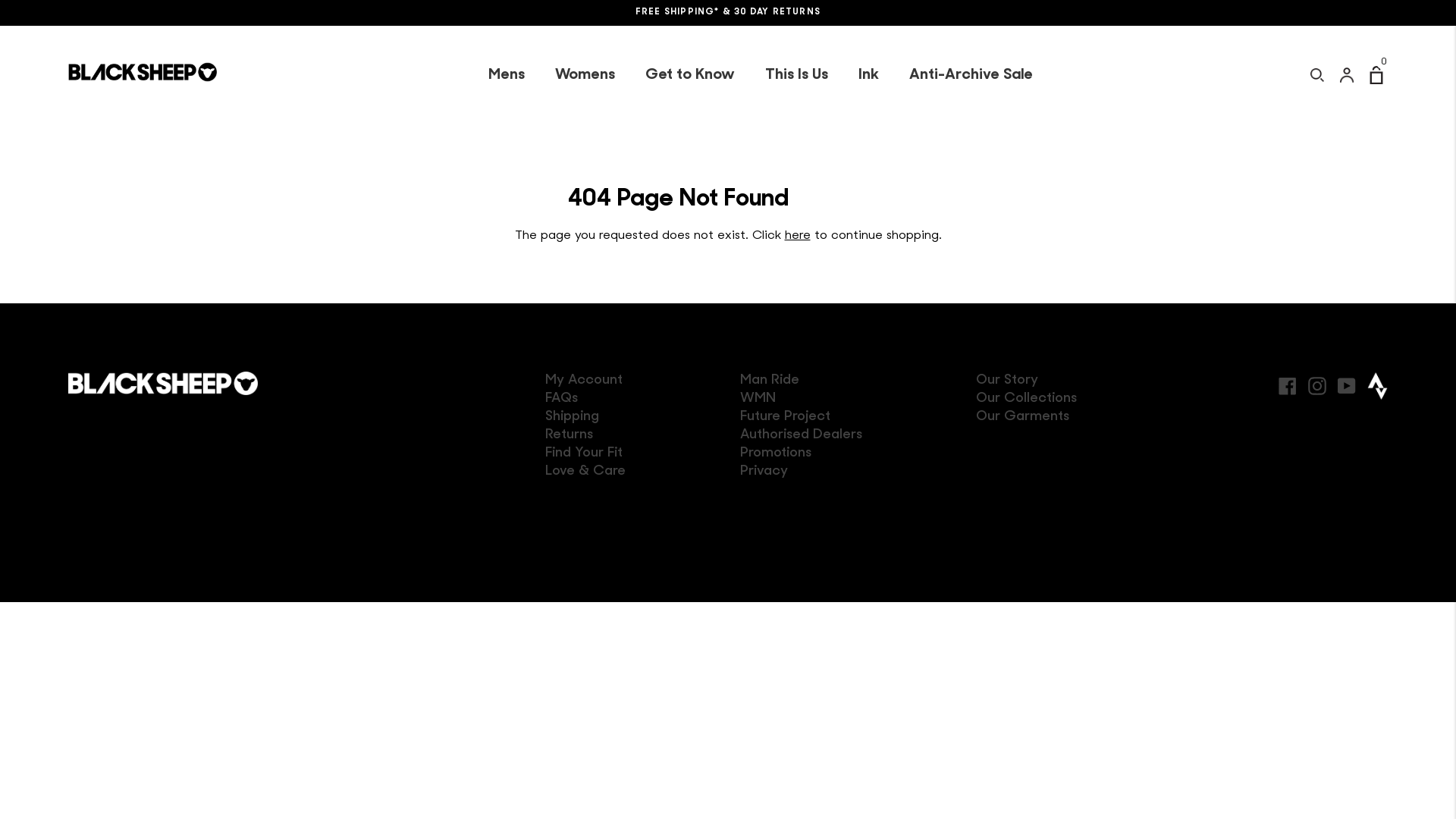 The image size is (1456, 819). I want to click on 'Future Project', so click(739, 416).